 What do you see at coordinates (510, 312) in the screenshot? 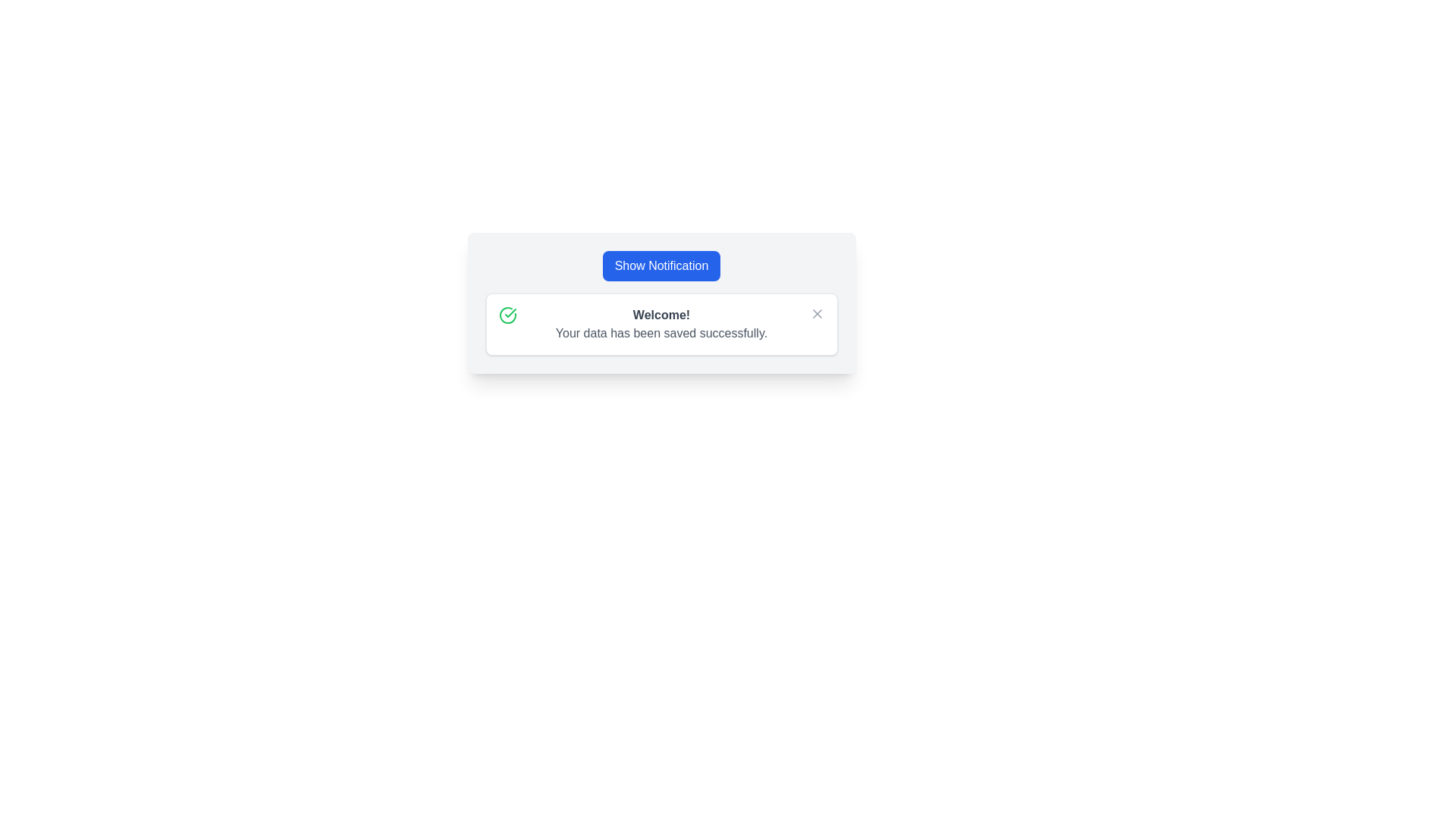
I see `the green circular icon that contains a checkmark, which signifies success or completion in the notification message area` at bounding box center [510, 312].